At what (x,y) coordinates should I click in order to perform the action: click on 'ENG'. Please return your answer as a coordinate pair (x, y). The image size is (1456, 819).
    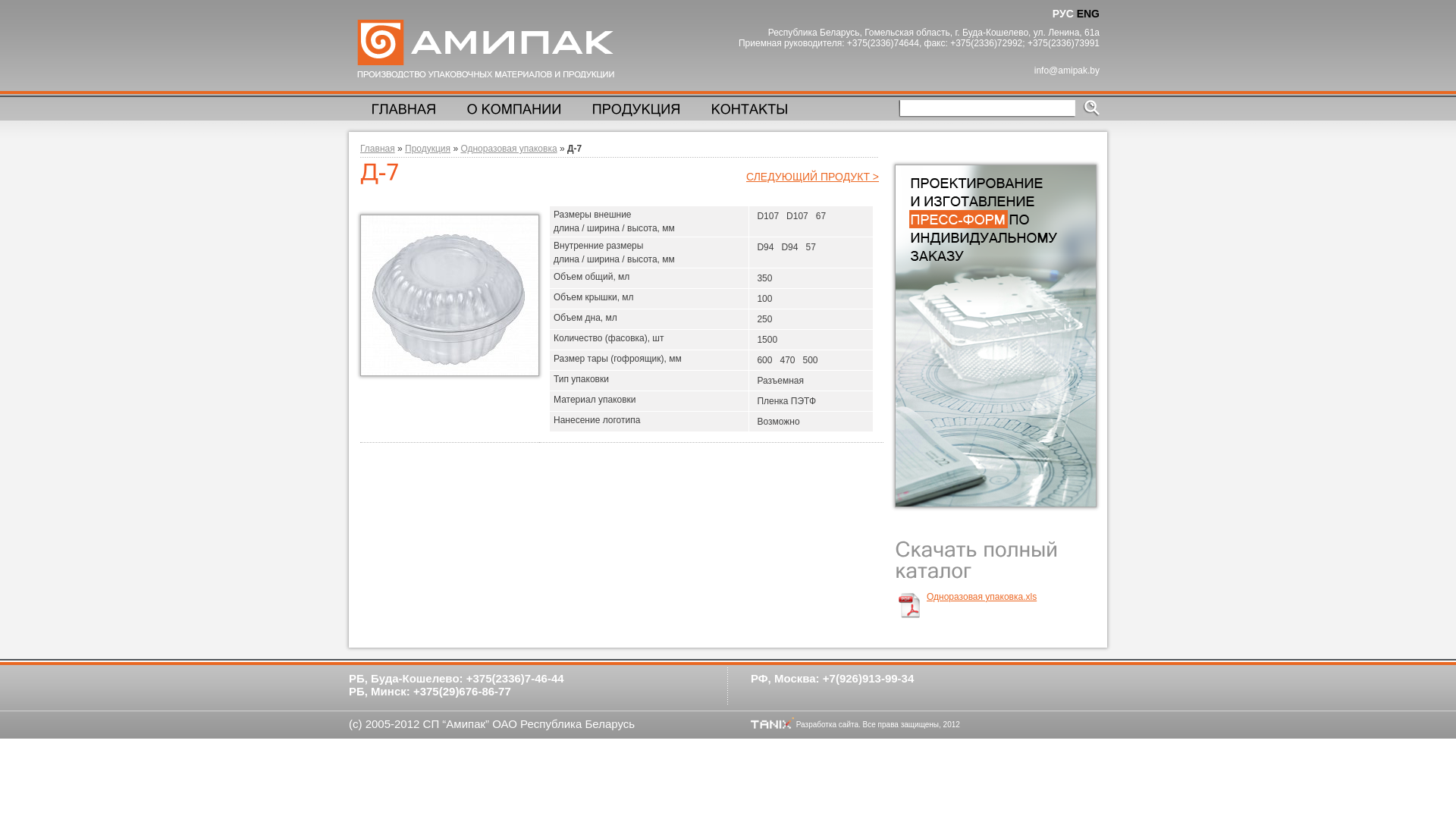
    Looking at the image, I should click on (1087, 14).